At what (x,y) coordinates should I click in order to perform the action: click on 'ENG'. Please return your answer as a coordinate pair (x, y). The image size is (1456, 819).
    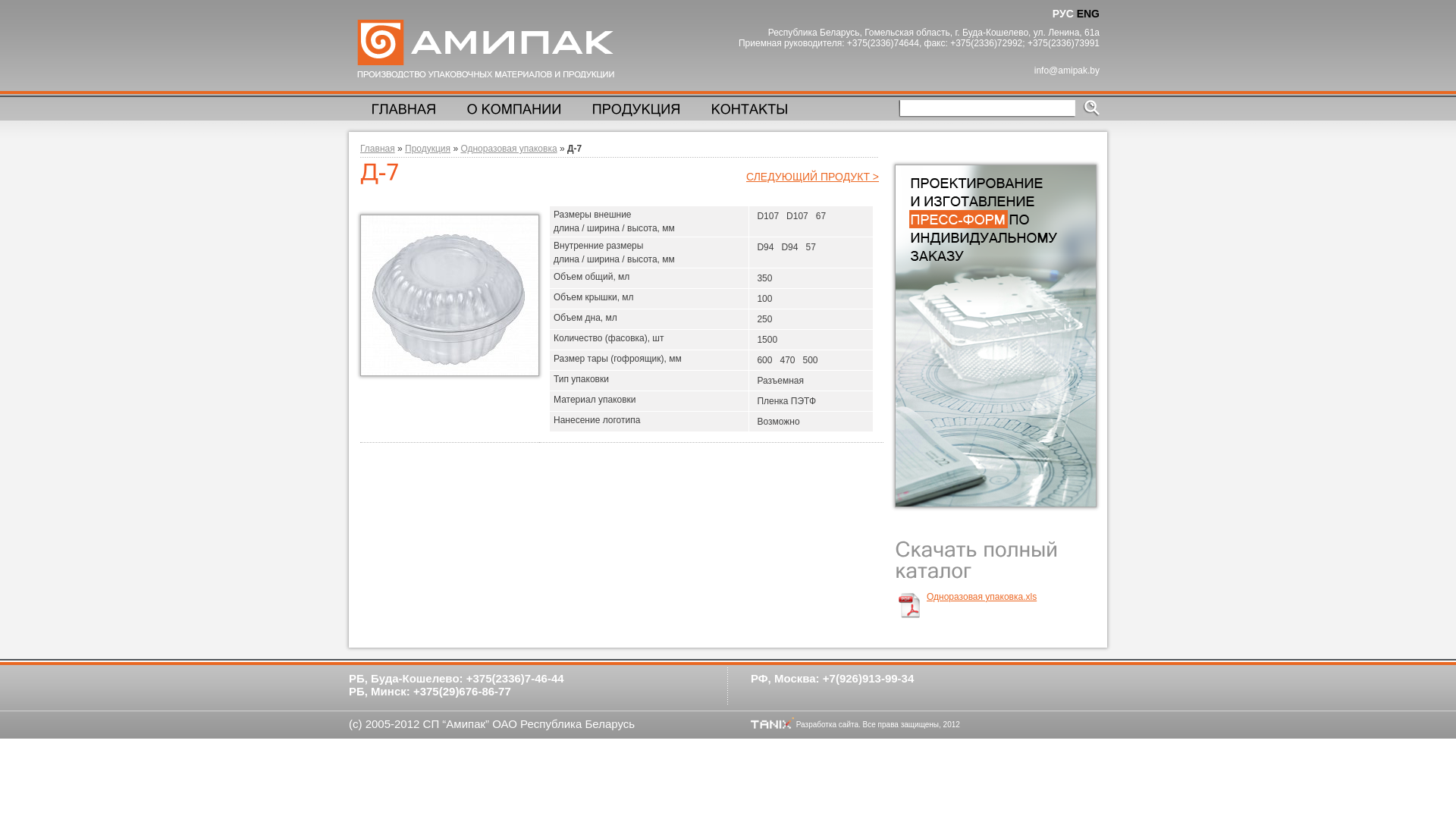
    Looking at the image, I should click on (1087, 14).